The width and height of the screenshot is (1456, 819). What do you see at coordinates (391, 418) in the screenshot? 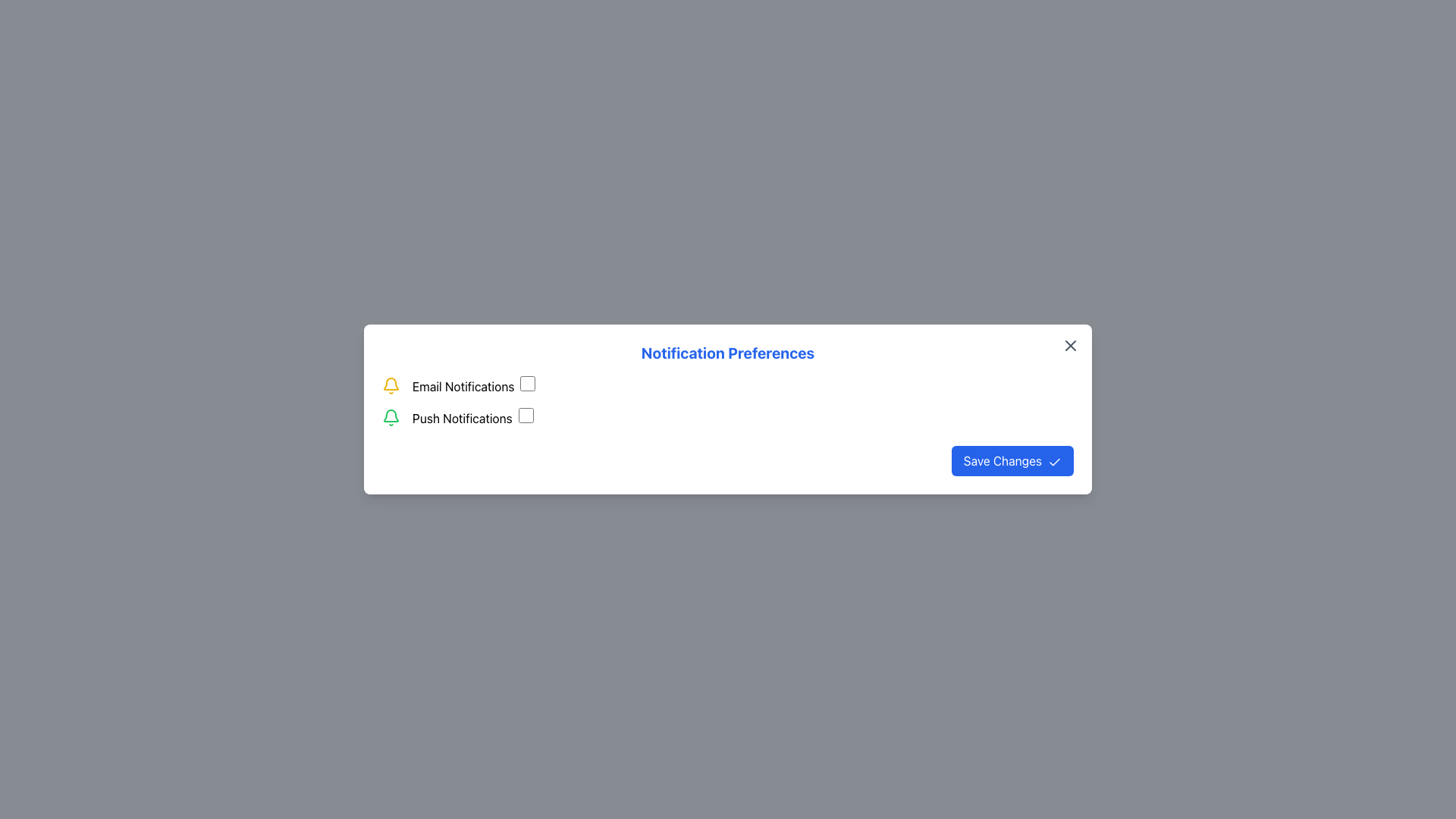
I see `the icon indicating push notifications, located to the left of the checkbox in the 'Push Notifications' row` at bounding box center [391, 418].